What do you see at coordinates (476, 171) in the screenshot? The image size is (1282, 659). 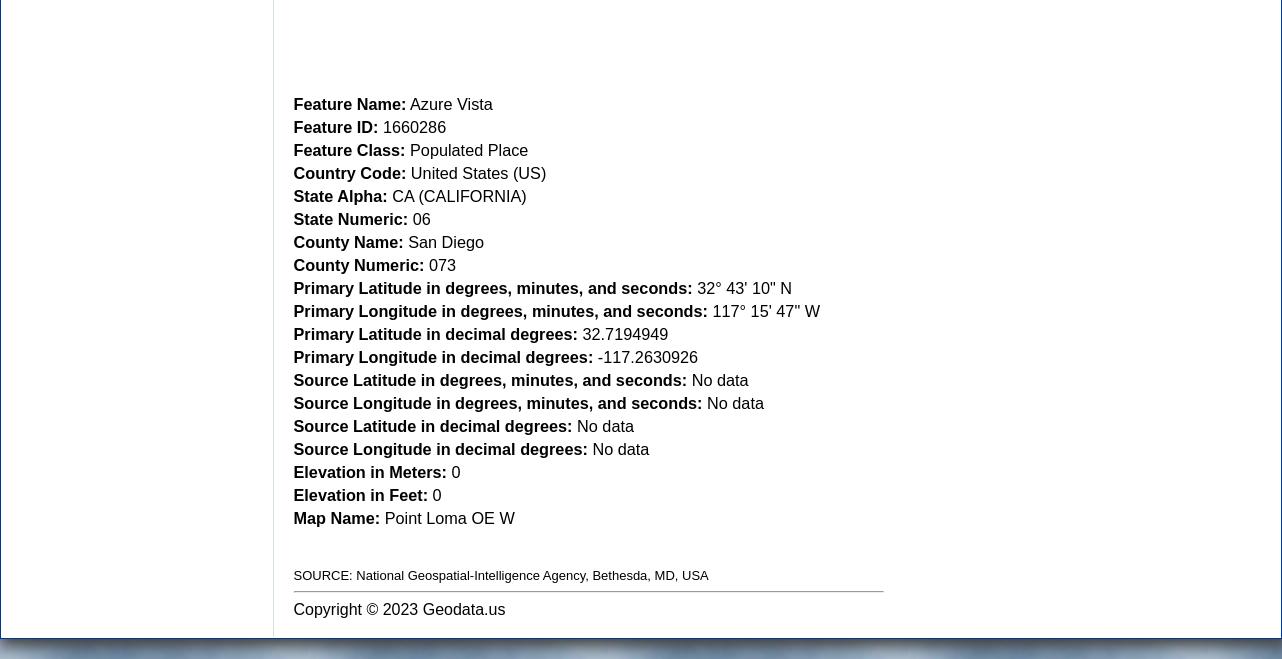 I see `'United States (US)'` at bounding box center [476, 171].